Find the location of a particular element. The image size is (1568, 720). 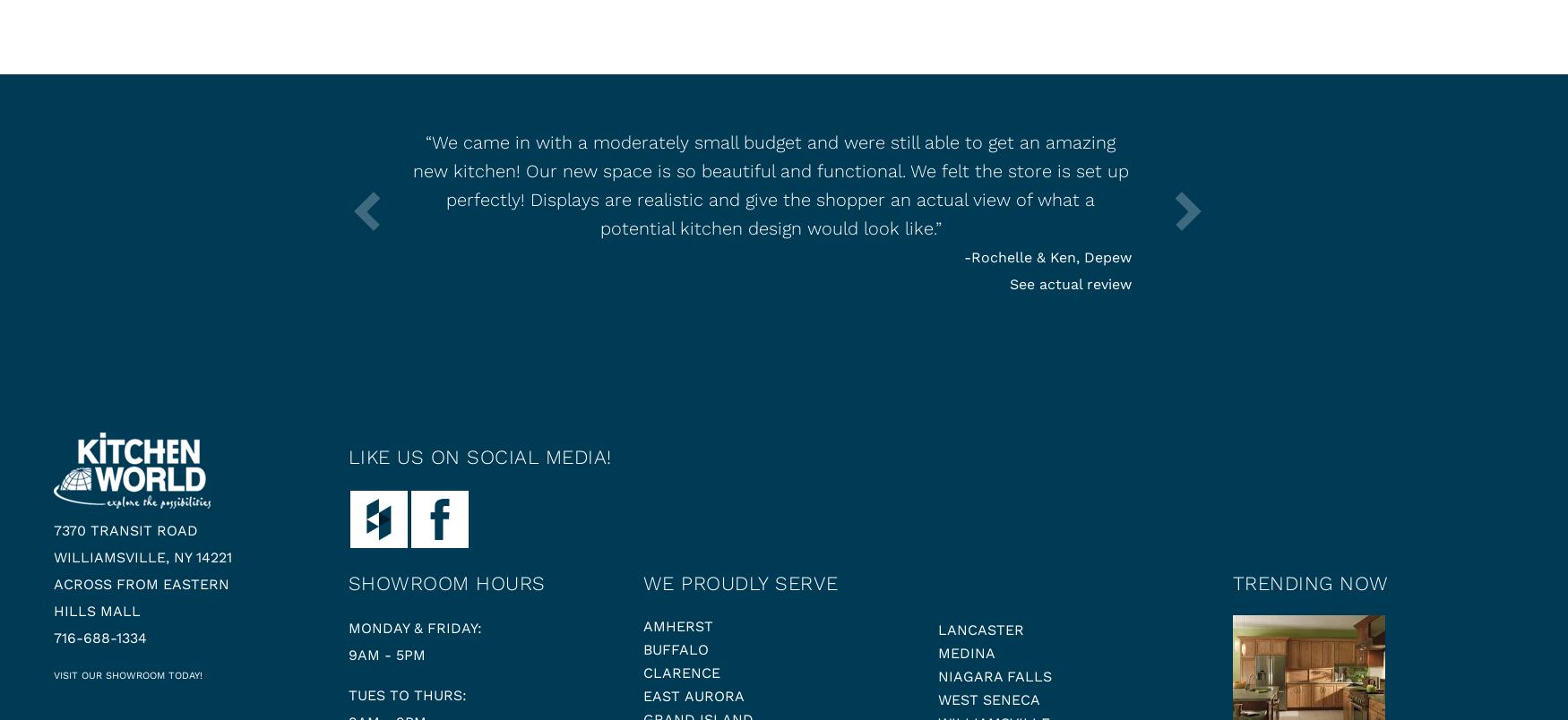

'Like us on Social Media!' is located at coordinates (478, 457).